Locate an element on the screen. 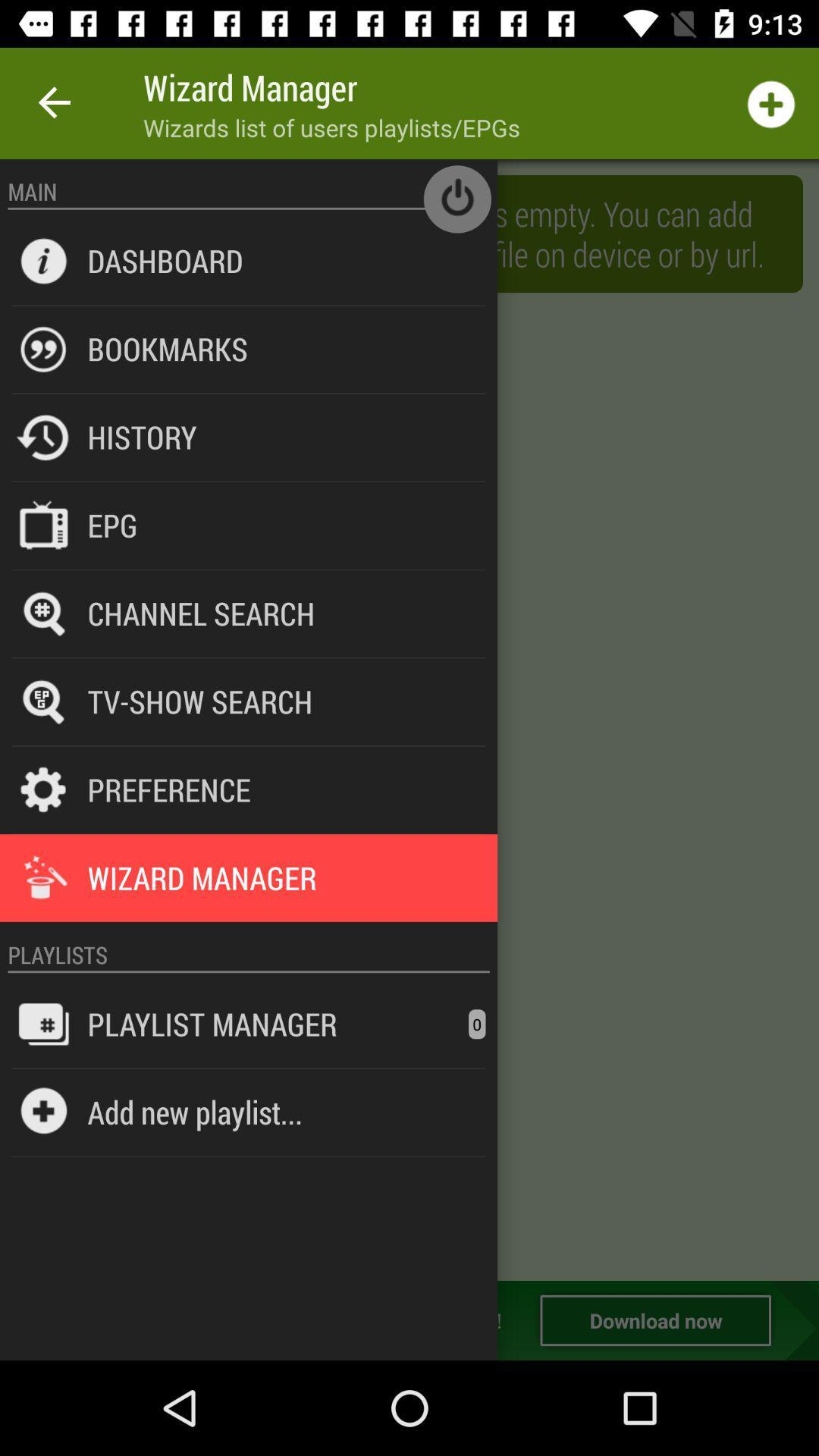  history item is located at coordinates (142, 436).